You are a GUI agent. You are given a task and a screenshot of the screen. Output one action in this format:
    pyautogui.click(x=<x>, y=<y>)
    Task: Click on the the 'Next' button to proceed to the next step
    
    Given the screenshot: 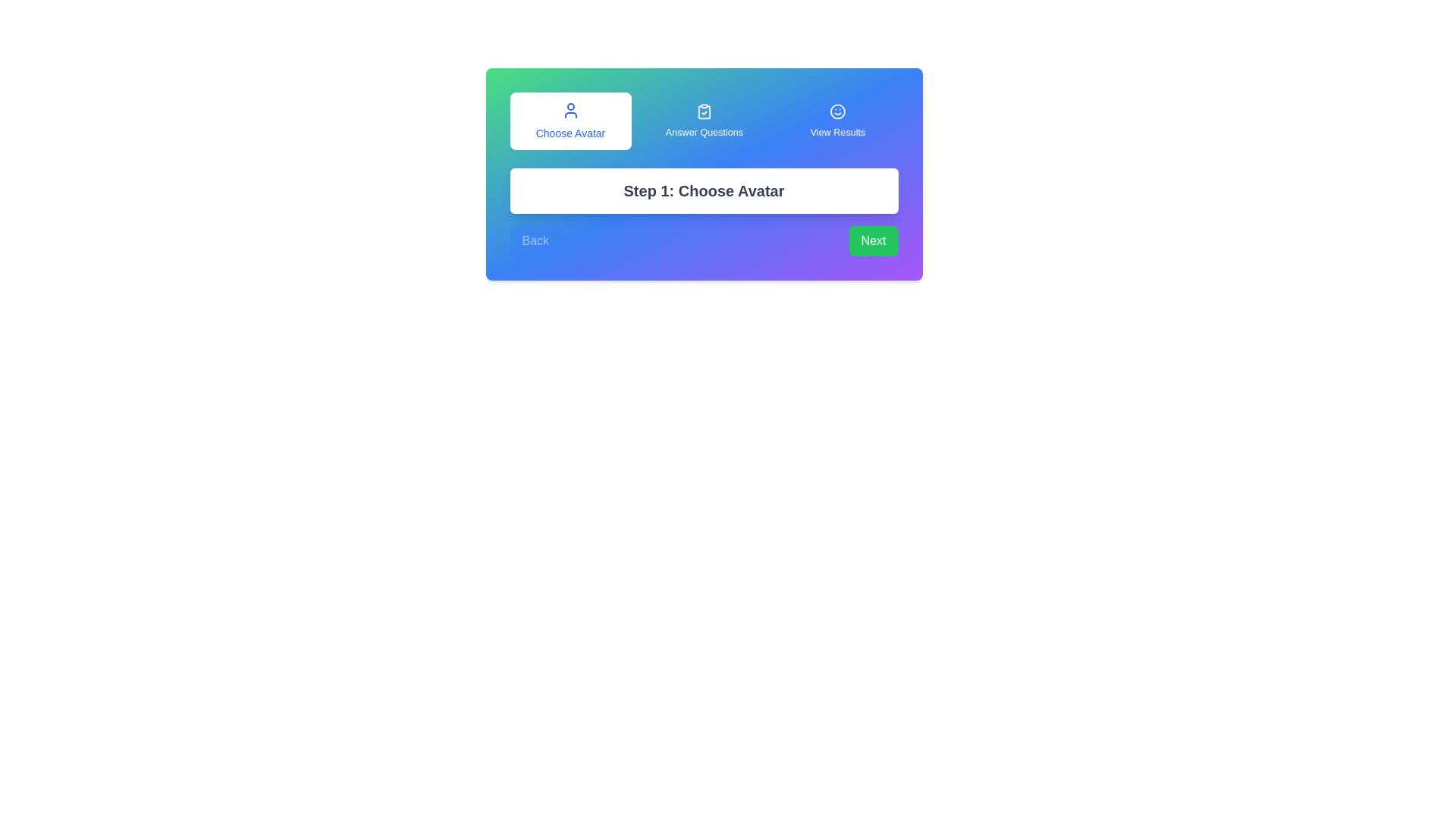 What is the action you would take?
    pyautogui.click(x=874, y=240)
    